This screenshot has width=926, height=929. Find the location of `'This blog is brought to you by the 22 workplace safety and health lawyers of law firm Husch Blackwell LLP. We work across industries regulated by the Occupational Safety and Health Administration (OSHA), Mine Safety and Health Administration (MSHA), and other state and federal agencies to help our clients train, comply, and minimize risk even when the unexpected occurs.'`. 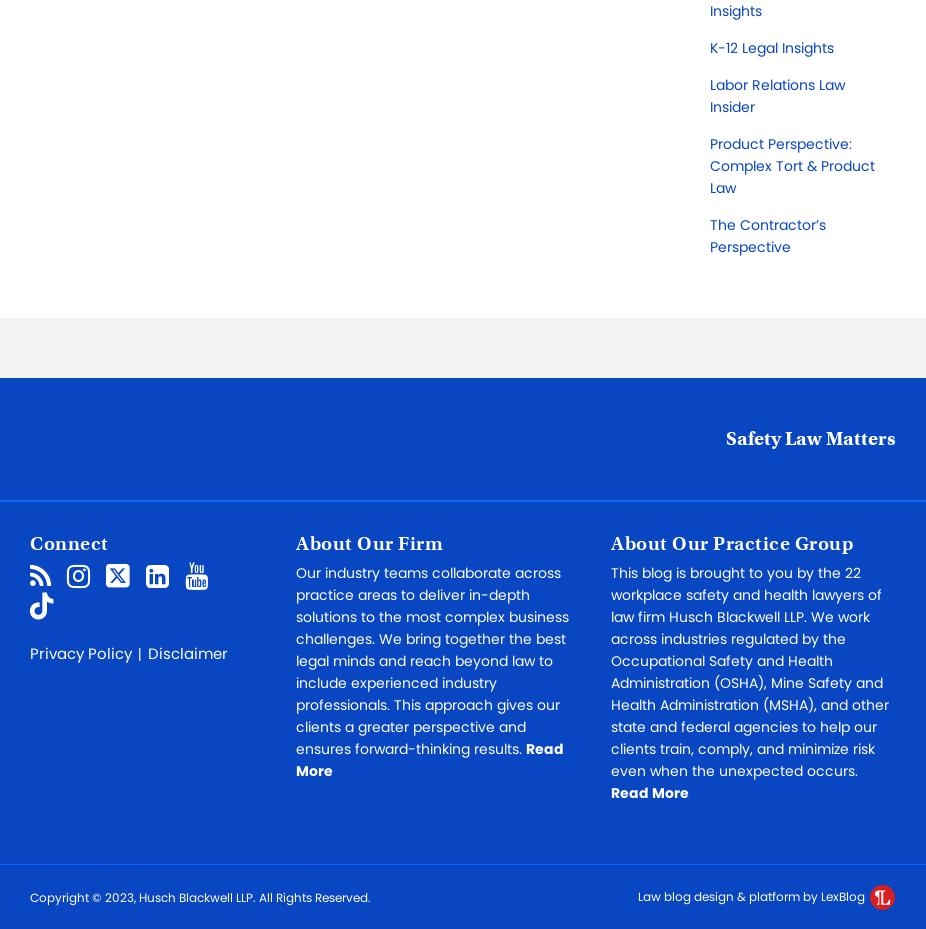

'This blog is brought to you by the 22 workplace safety and health lawyers of law firm Husch Blackwell LLP. We work across industries regulated by the Occupational Safety and Health Administration (OSHA), Mine Safety and Health Administration (MSHA), and other state and federal agencies to help our clients train, comply, and minimize risk even when the unexpected occurs.' is located at coordinates (749, 672).